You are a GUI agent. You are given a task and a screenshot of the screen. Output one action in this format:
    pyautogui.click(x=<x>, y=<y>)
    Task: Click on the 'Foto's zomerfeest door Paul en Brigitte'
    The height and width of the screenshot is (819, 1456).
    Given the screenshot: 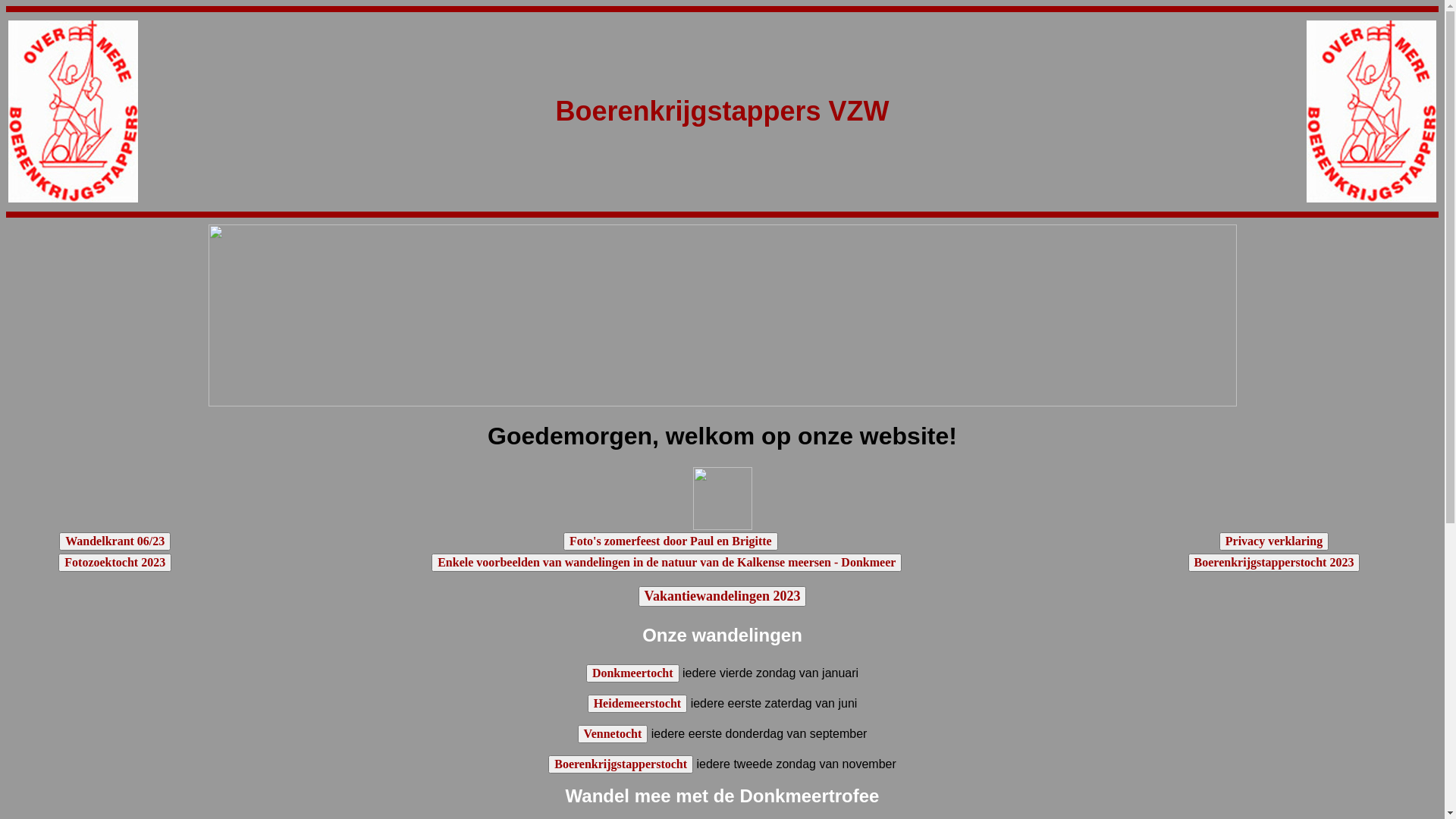 What is the action you would take?
    pyautogui.click(x=670, y=540)
    